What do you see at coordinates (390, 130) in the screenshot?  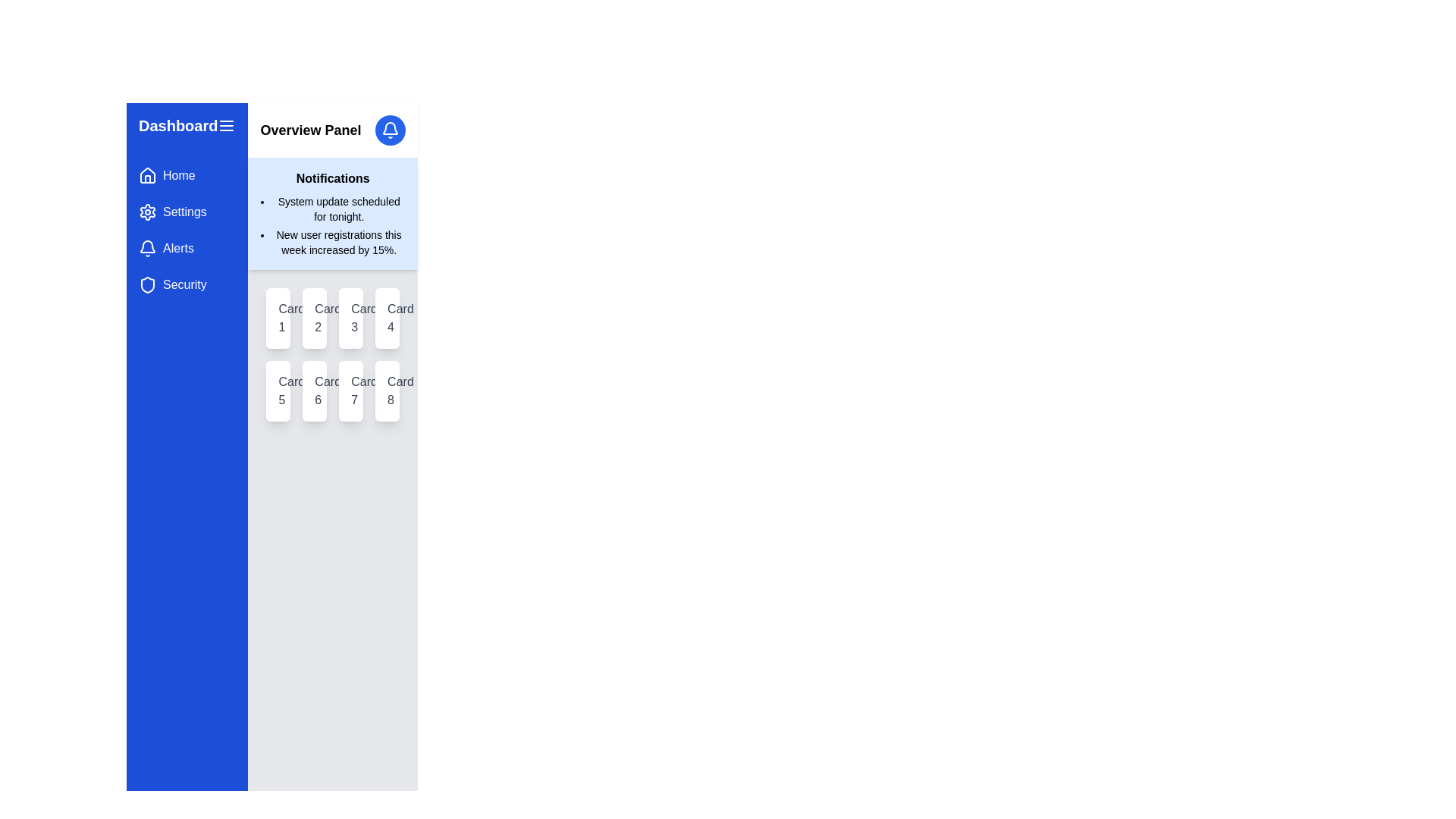 I see `the circular blue button with a white bell icon located in the 'Overview Panel' section` at bounding box center [390, 130].